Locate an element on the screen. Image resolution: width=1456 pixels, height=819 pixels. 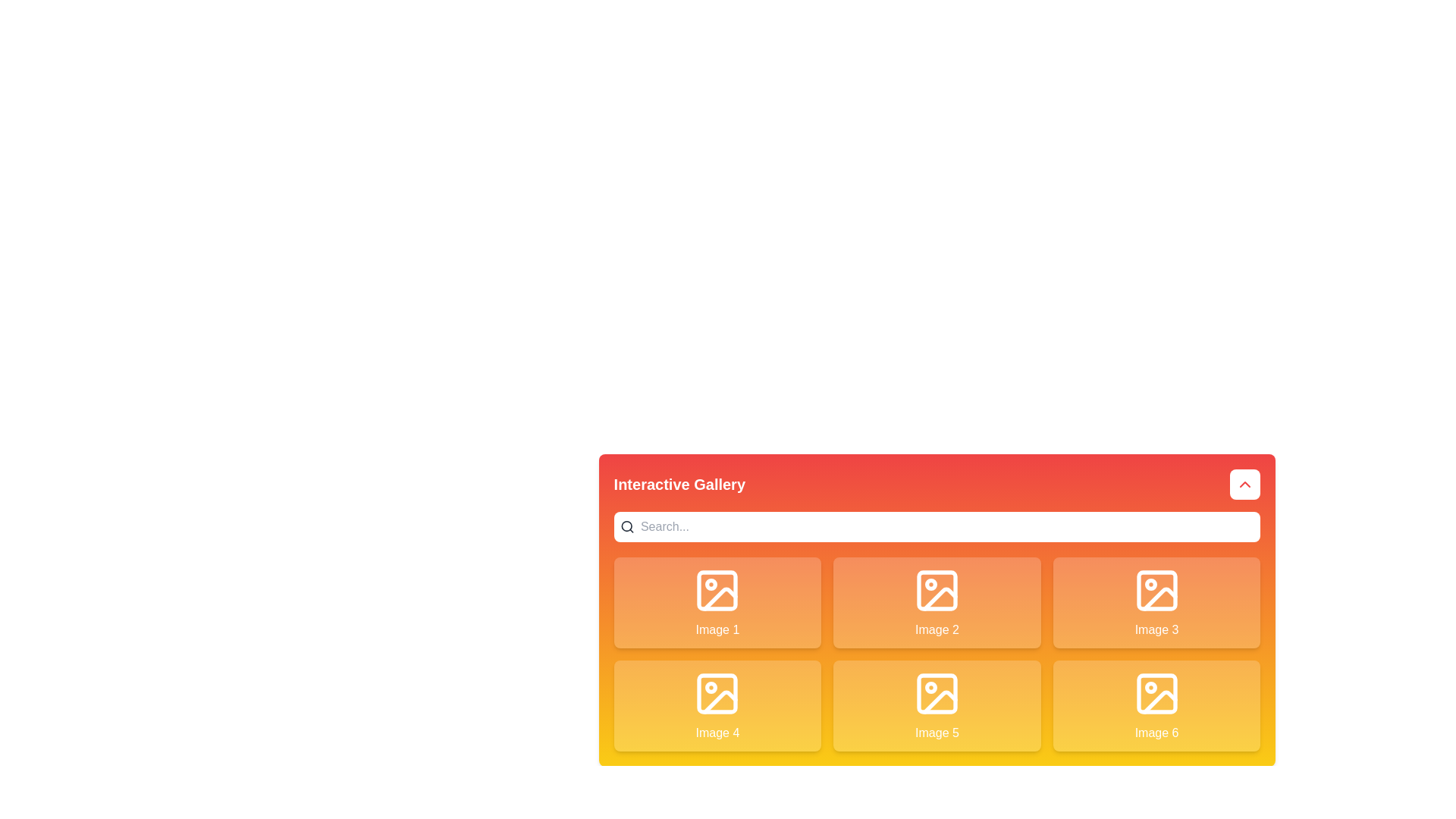
the decorative graphical component of the icon located in the fifth image slot in the grid layout, specifically at the bottom-left corner of the icon is located at coordinates (939, 702).